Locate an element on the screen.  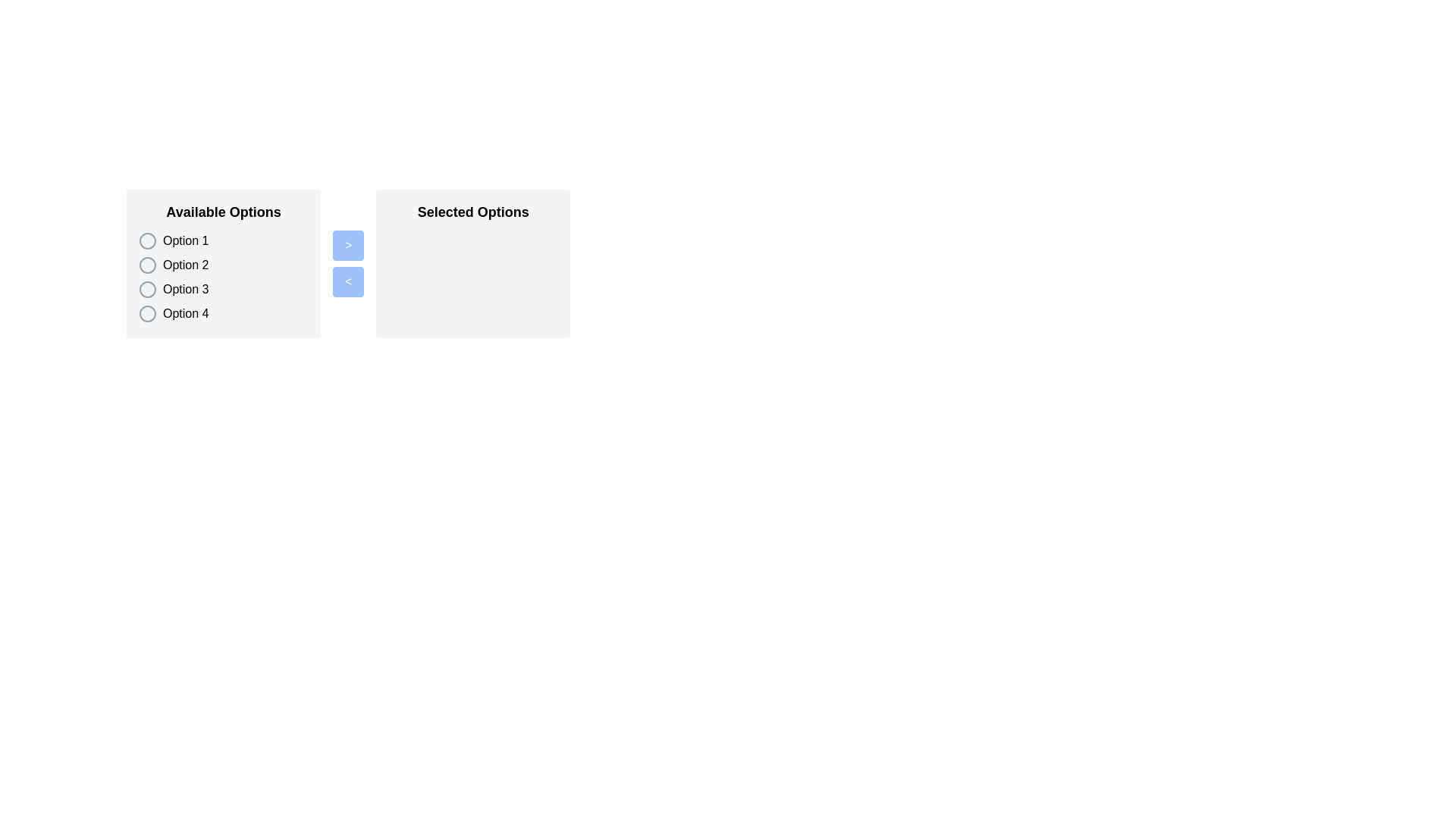
the radio button indicator for Option 3 is located at coordinates (148, 289).